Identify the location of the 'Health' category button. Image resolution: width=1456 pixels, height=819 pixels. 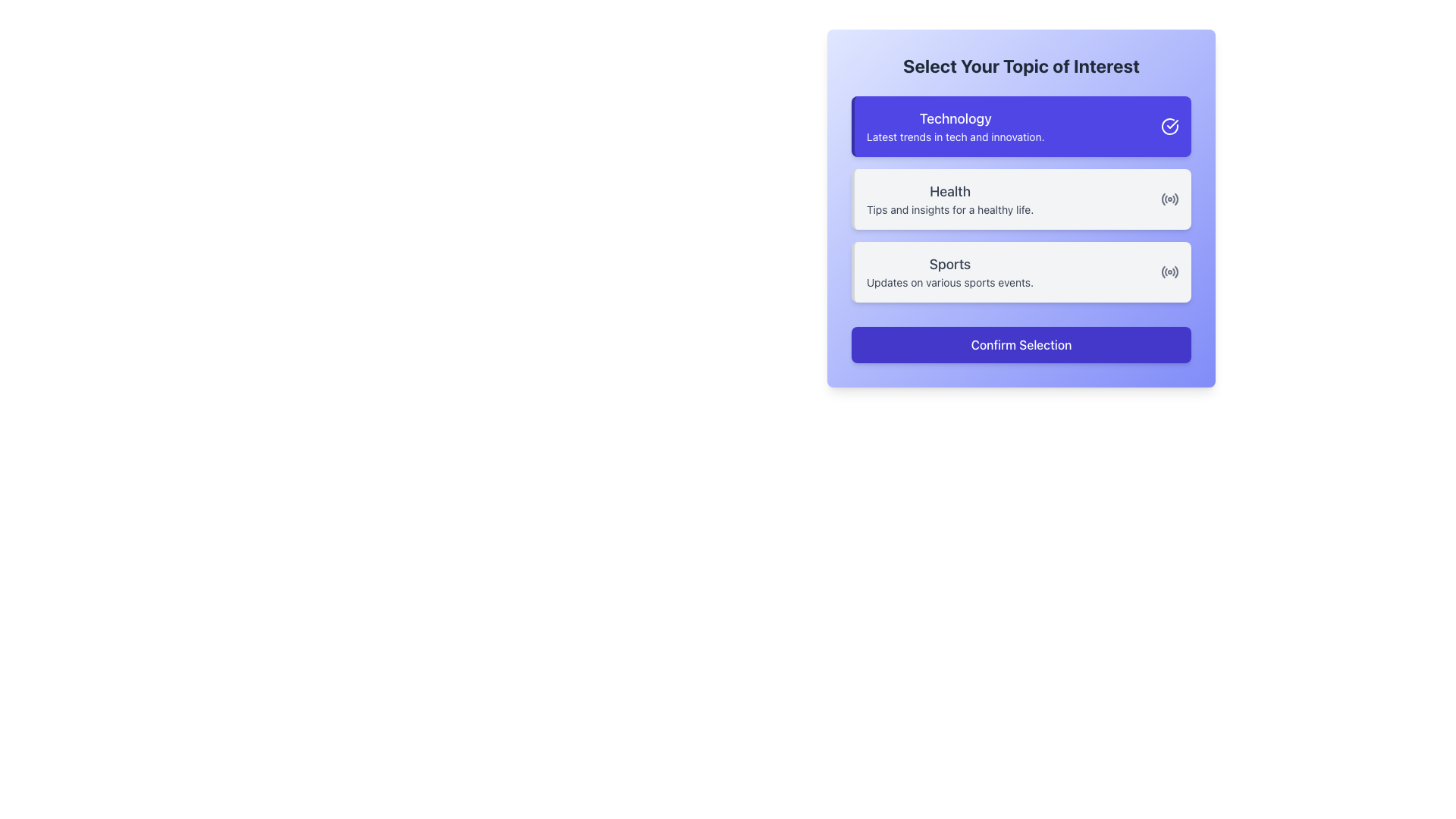
(1021, 198).